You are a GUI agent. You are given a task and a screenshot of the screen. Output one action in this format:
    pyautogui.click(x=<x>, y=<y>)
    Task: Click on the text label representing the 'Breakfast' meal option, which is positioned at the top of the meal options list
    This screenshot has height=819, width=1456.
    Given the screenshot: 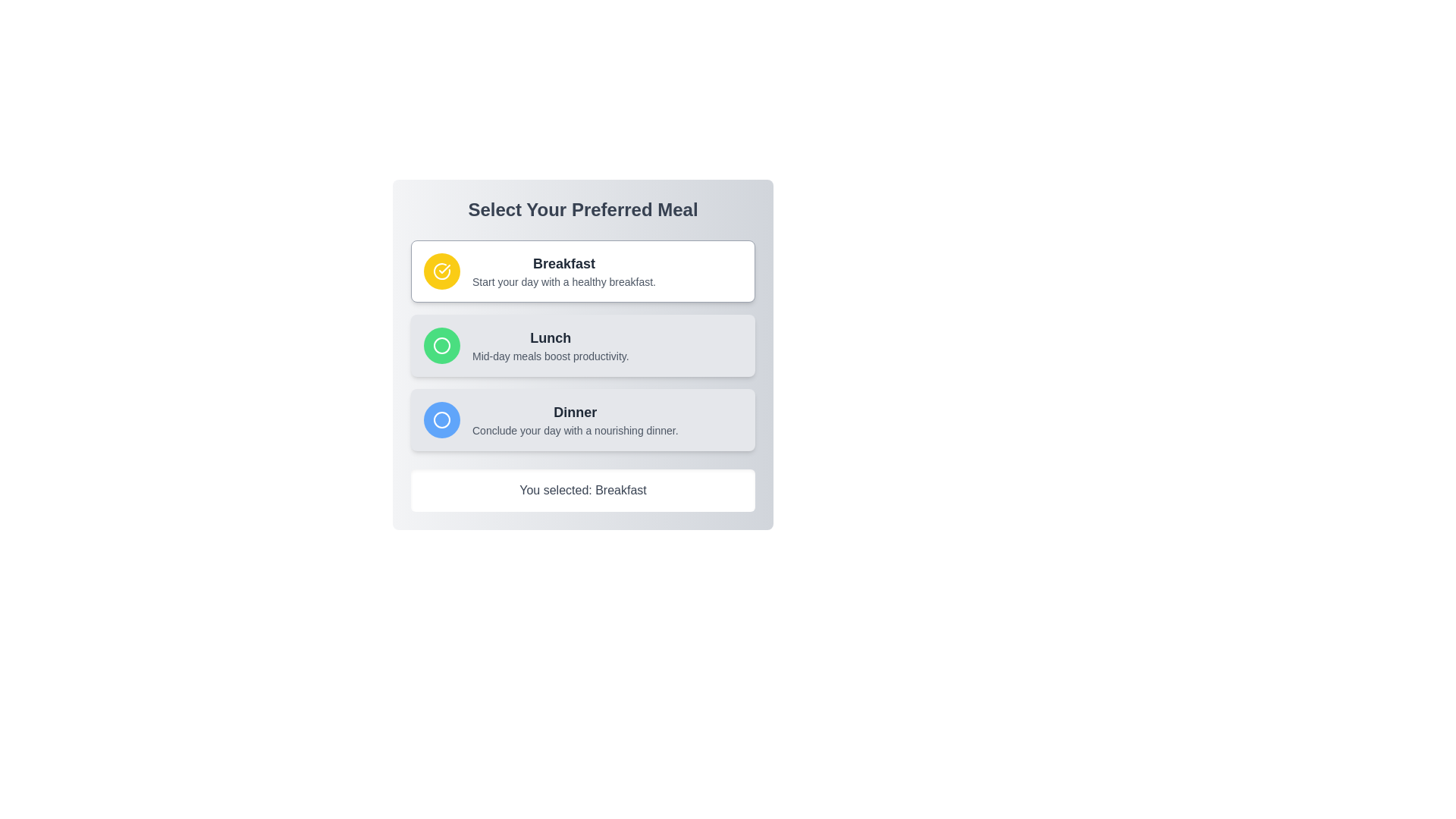 What is the action you would take?
    pyautogui.click(x=563, y=262)
    